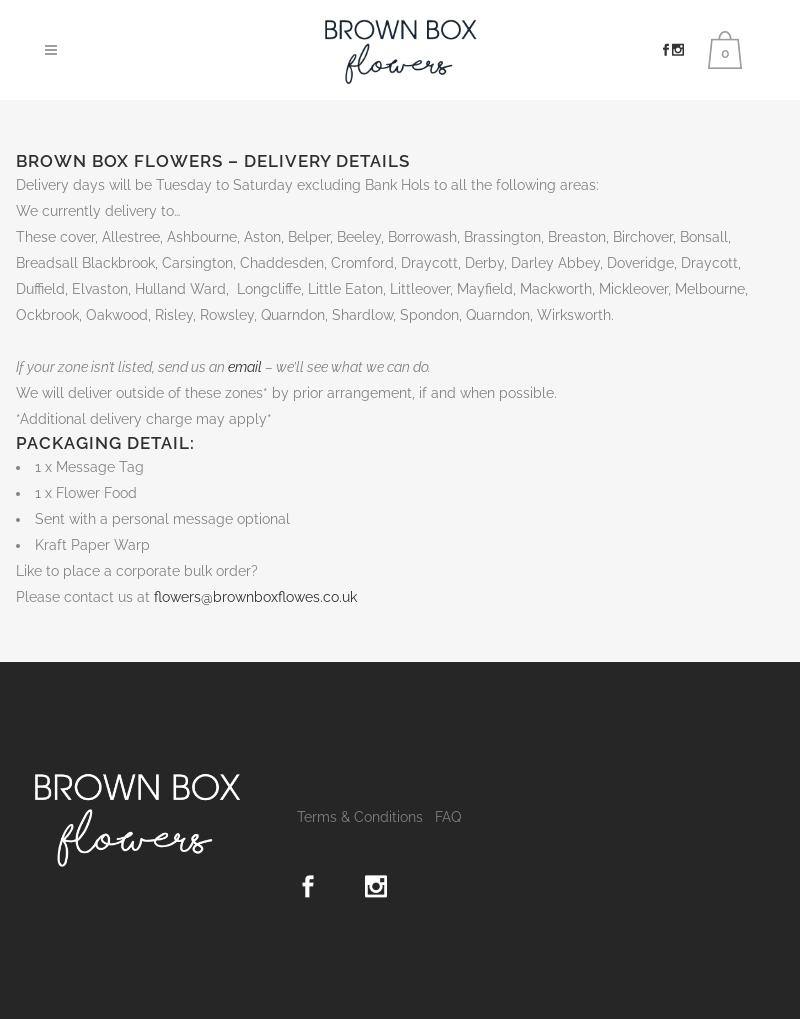  Describe the element at coordinates (121, 367) in the screenshot. I see `'If your zone isn’t listed, send us an'` at that location.